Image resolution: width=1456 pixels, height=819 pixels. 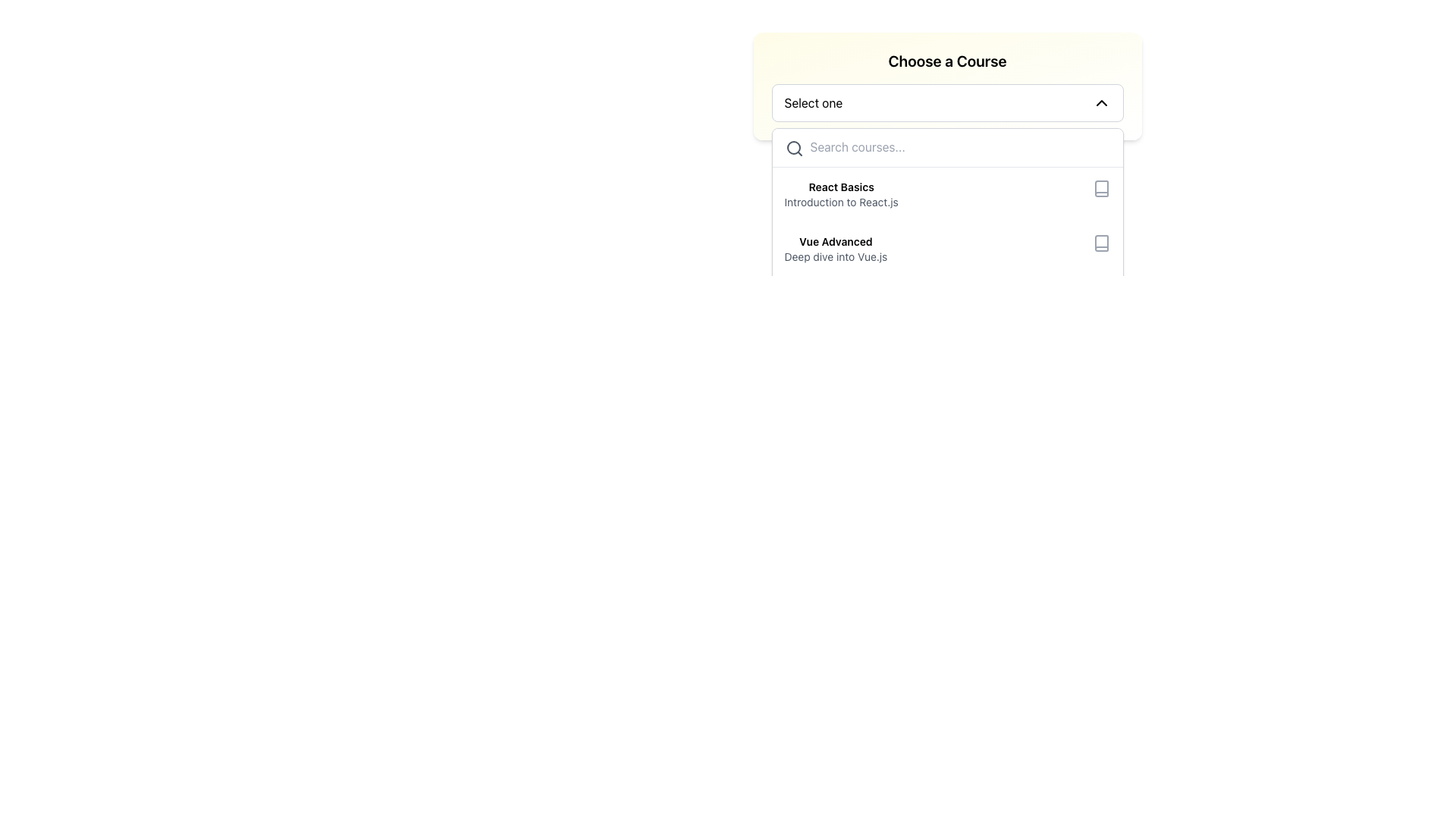 I want to click on the SVG Icon located to the right of the text 'React BasicsIntroduction to React.js', which serves as an indicator or button for additional functionality, so click(x=1101, y=187).